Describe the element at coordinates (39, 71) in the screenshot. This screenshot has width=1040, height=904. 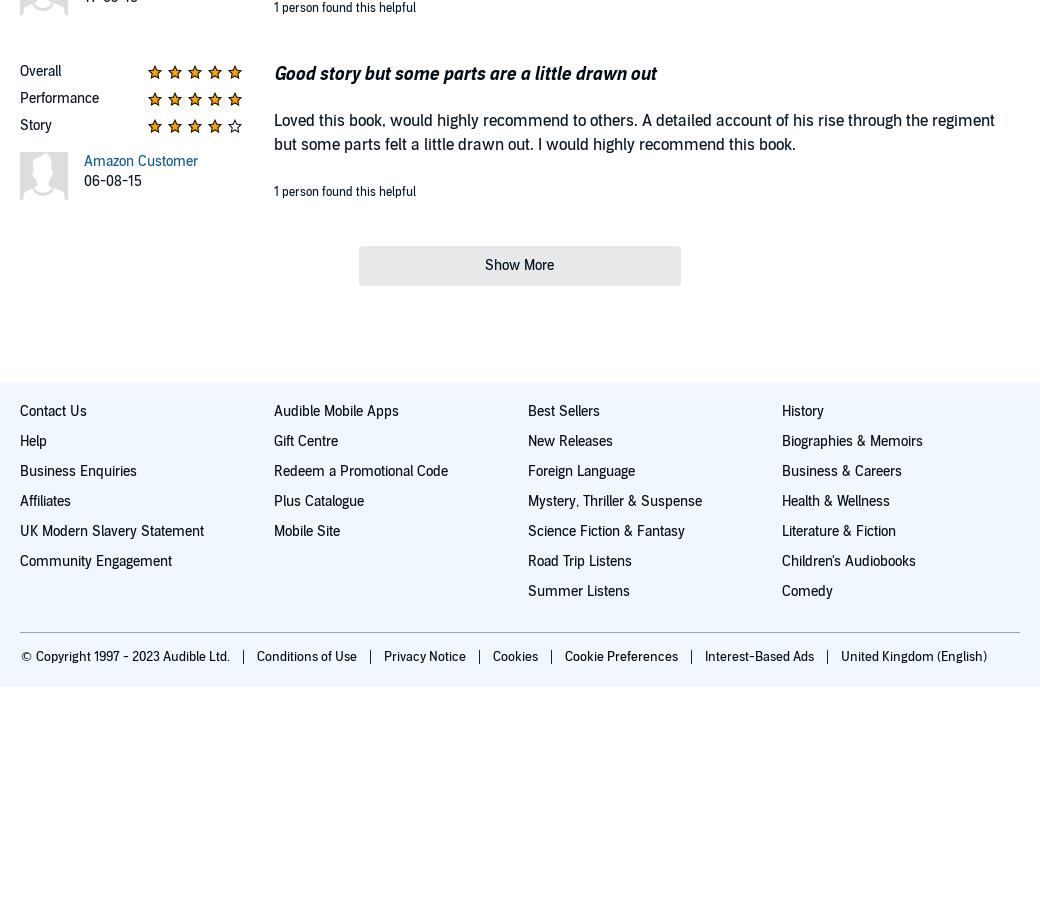
I see `'Overall'` at that location.